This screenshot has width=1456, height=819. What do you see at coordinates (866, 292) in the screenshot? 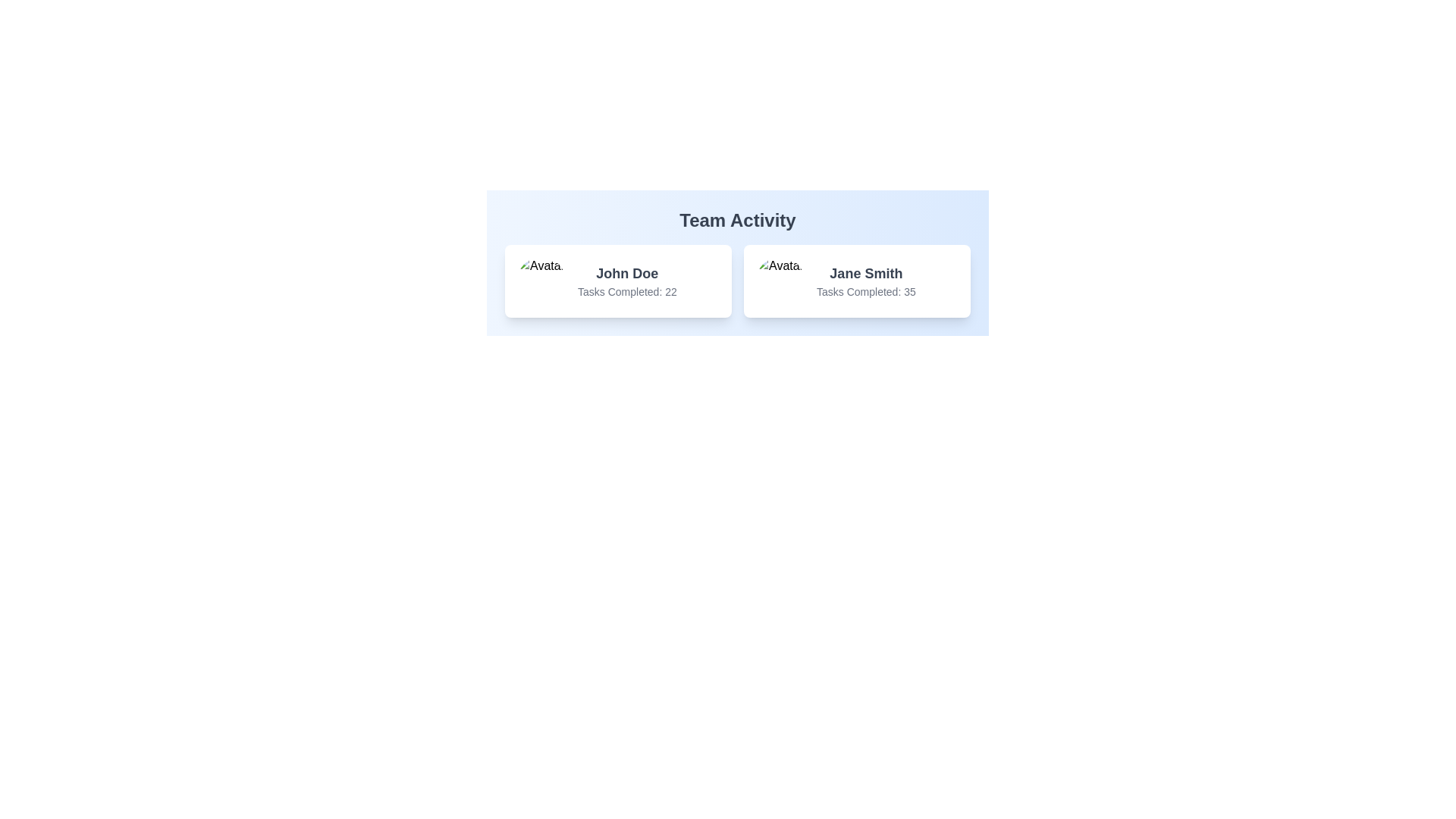
I see `text label displaying the number of tasks completed by 'Jane Smith', located in the right card of the 'Team Activity' section, below the sibling text 'Jane Smith'` at bounding box center [866, 292].